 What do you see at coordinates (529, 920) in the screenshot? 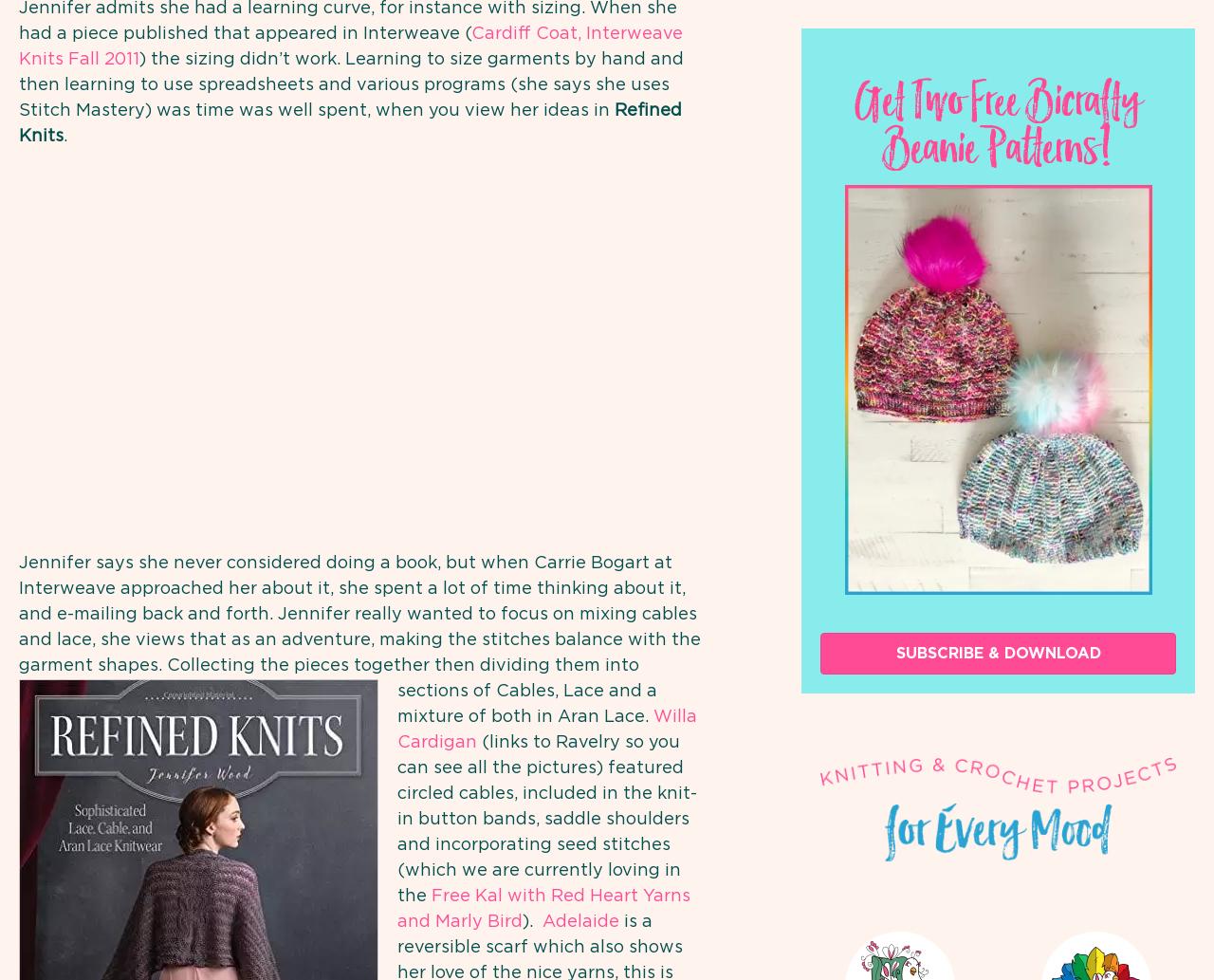
I see `').'` at bounding box center [529, 920].